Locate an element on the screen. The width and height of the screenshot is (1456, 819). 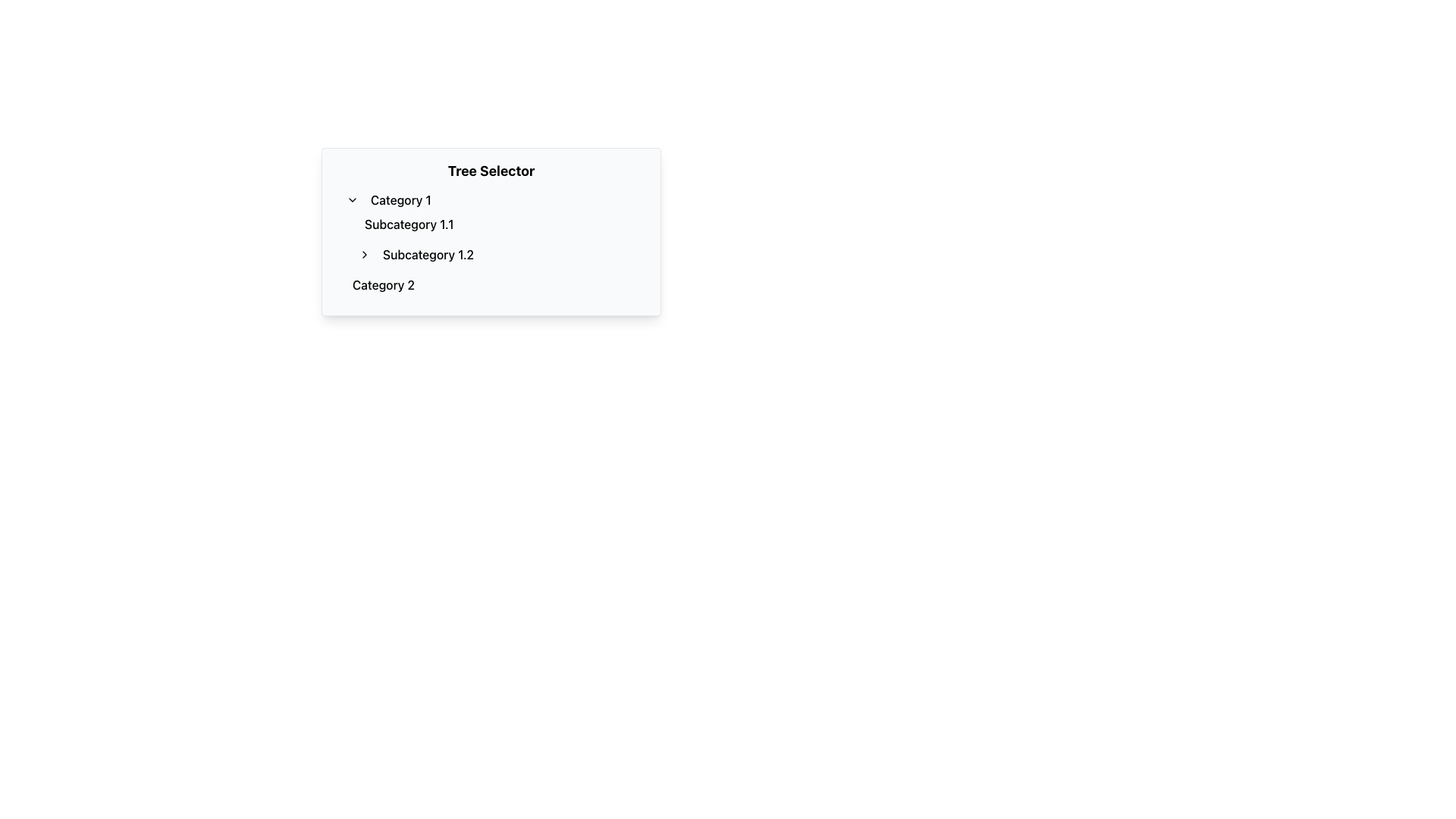
a category or subcategory from the Nested List located within the 'Tree Selector' component, positioned centrally below the title is located at coordinates (491, 242).